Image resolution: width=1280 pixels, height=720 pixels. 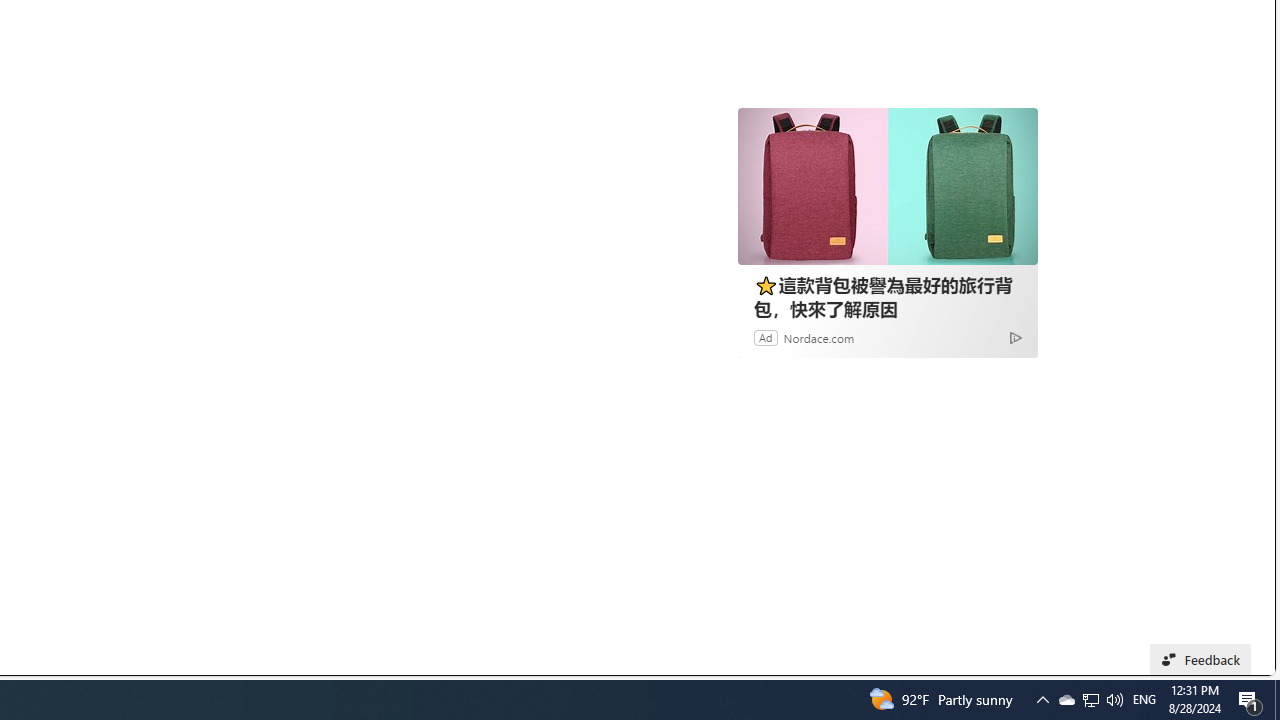 What do you see at coordinates (765, 336) in the screenshot?
I see `'Ad'` at bounding box center [765, 336].